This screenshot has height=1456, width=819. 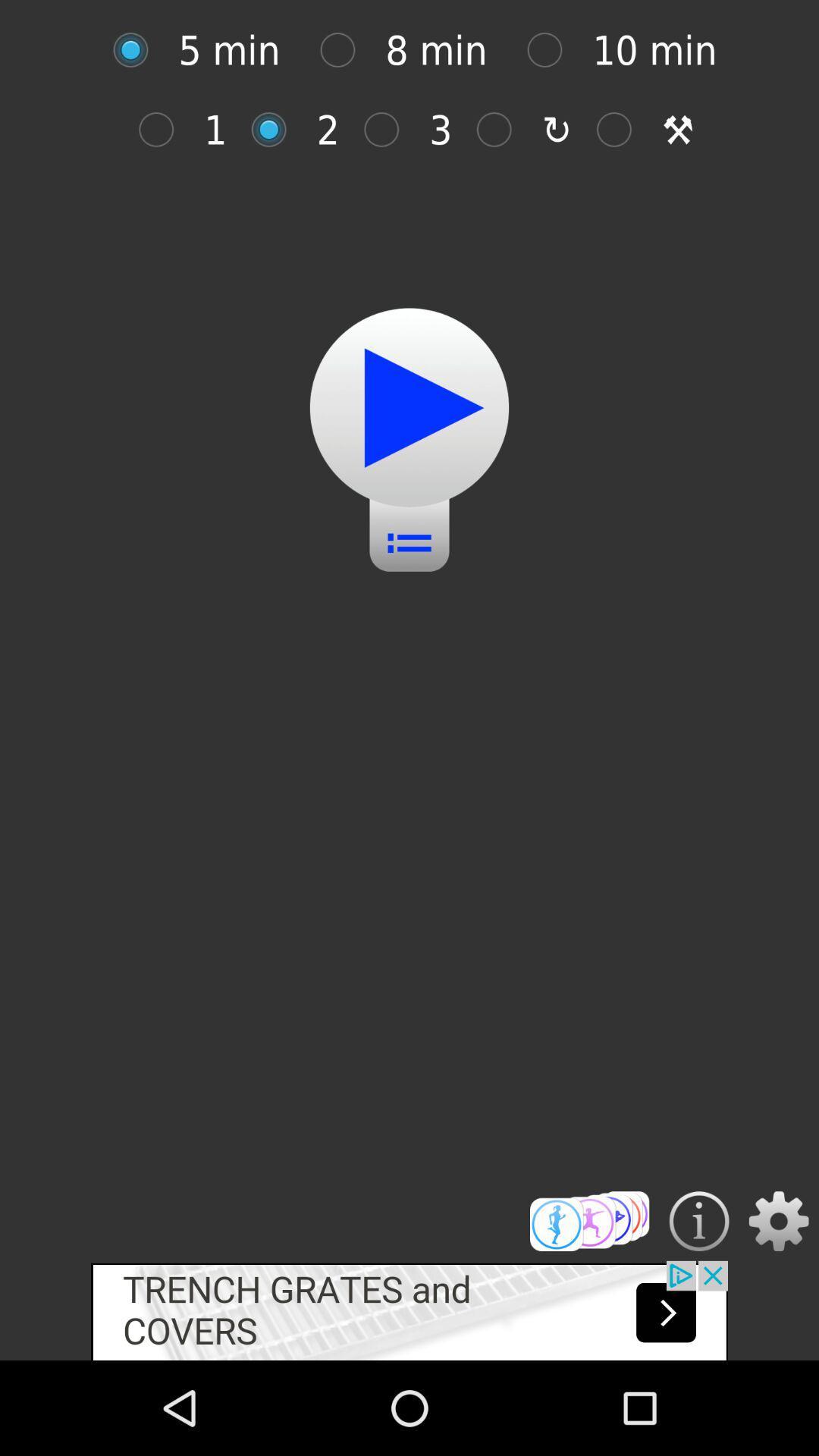 I want to click on third video, so click(x=388, y=130).